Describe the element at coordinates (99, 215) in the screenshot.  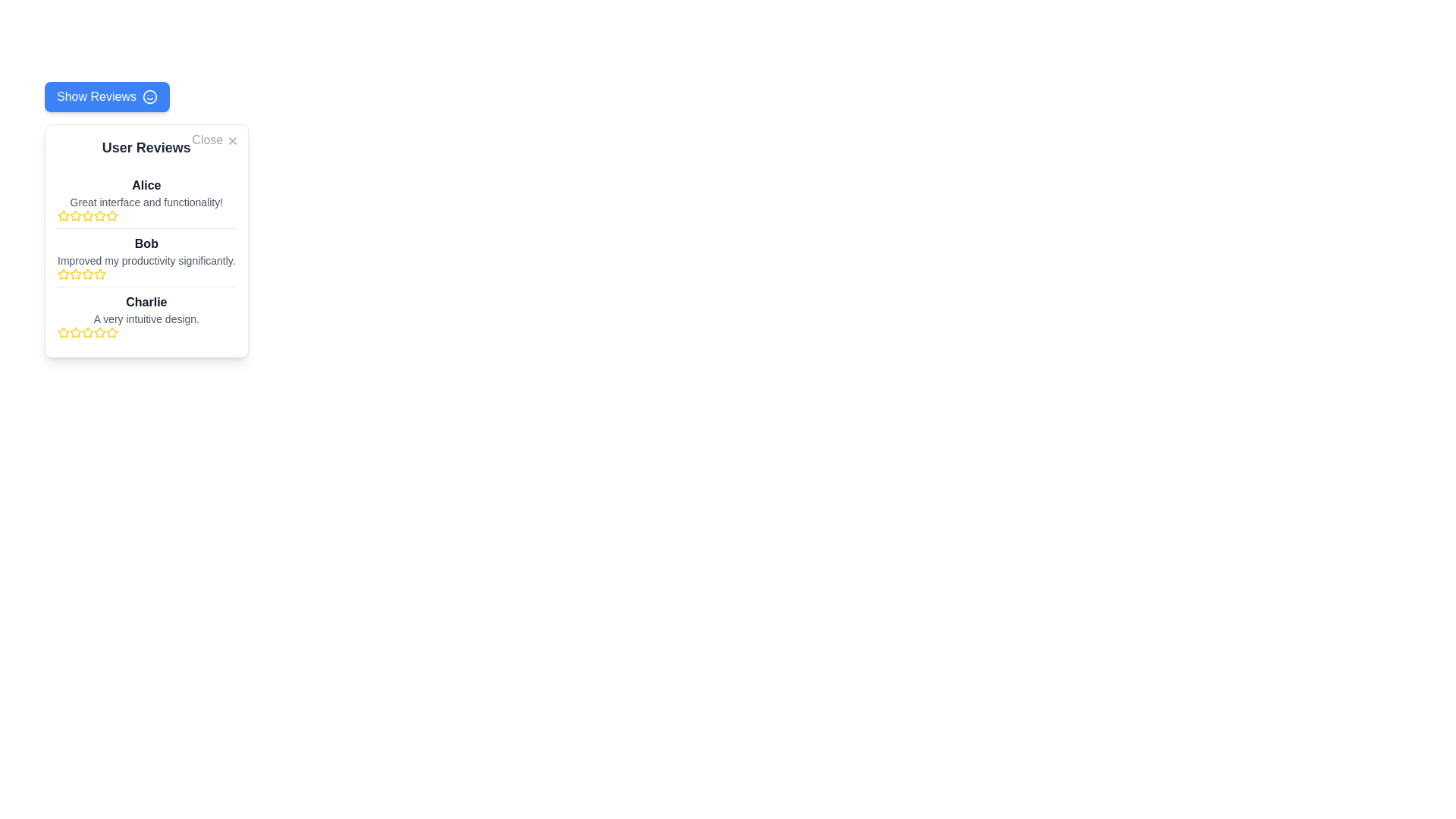
I see `the fourth star in the rating section associated with the user review Alice to rate it` at that location.